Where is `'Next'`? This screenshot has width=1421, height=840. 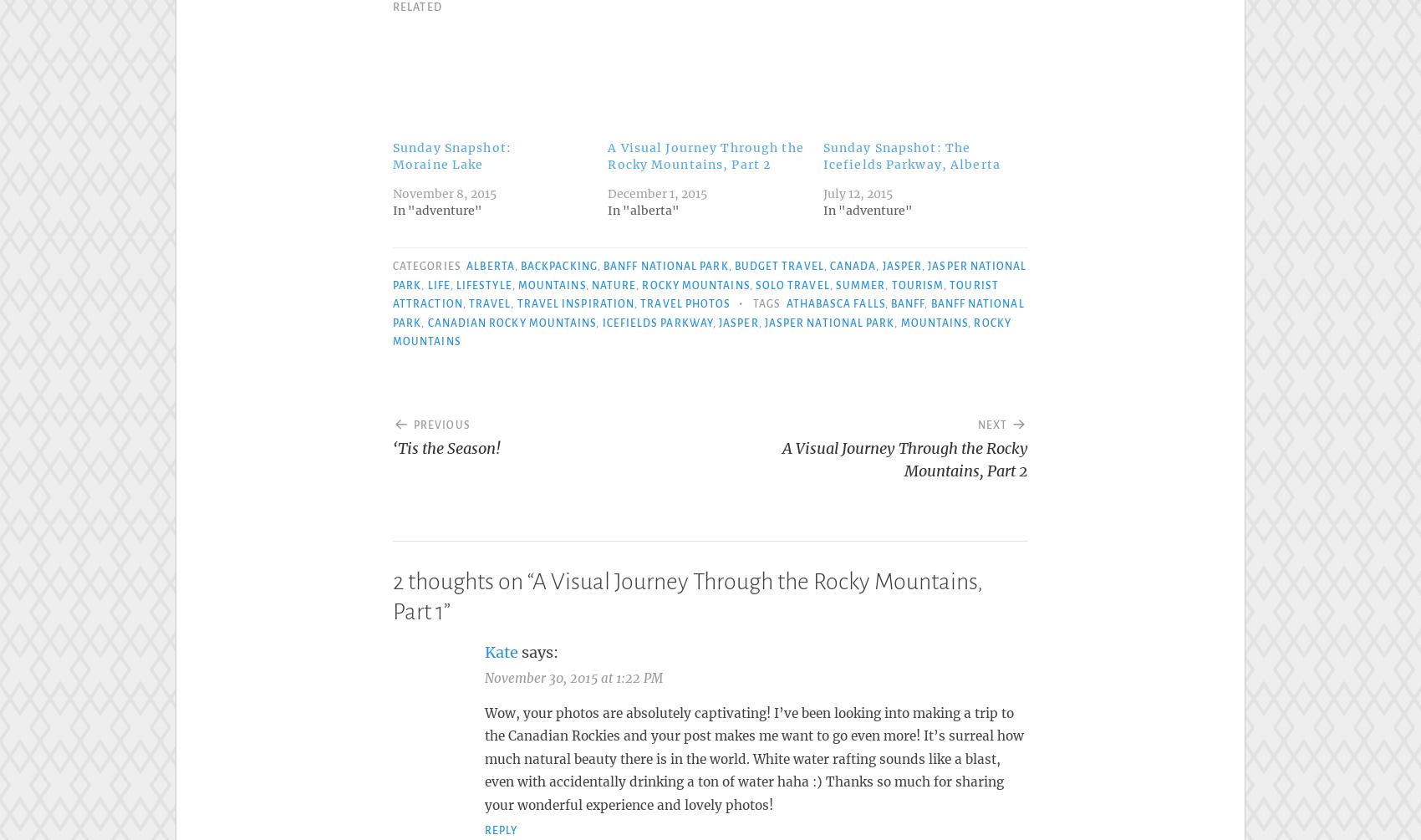
'Next' is located at coordinates (976, 420).